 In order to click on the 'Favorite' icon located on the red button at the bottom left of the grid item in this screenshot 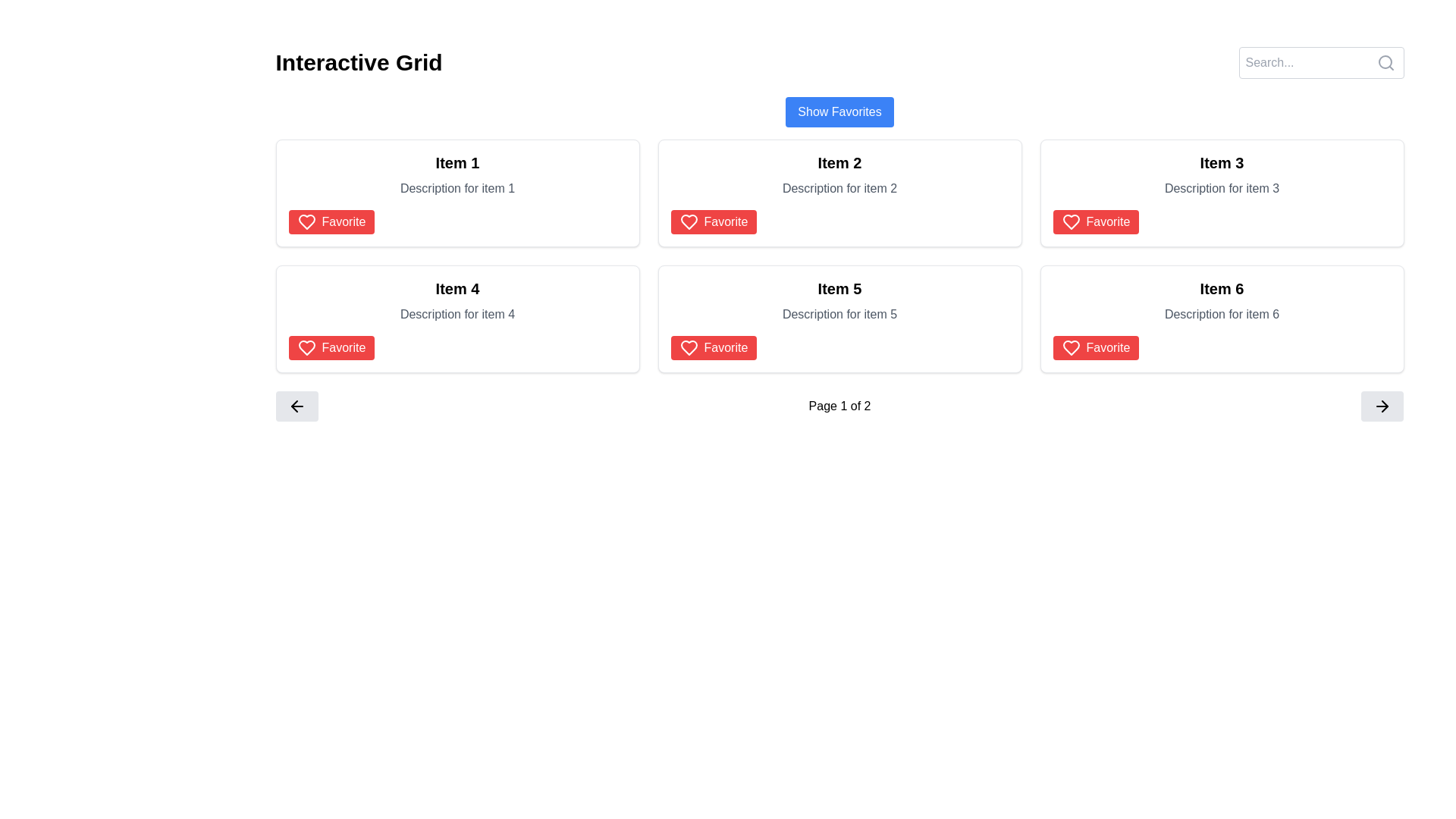, I will do `click(688, 222)`.